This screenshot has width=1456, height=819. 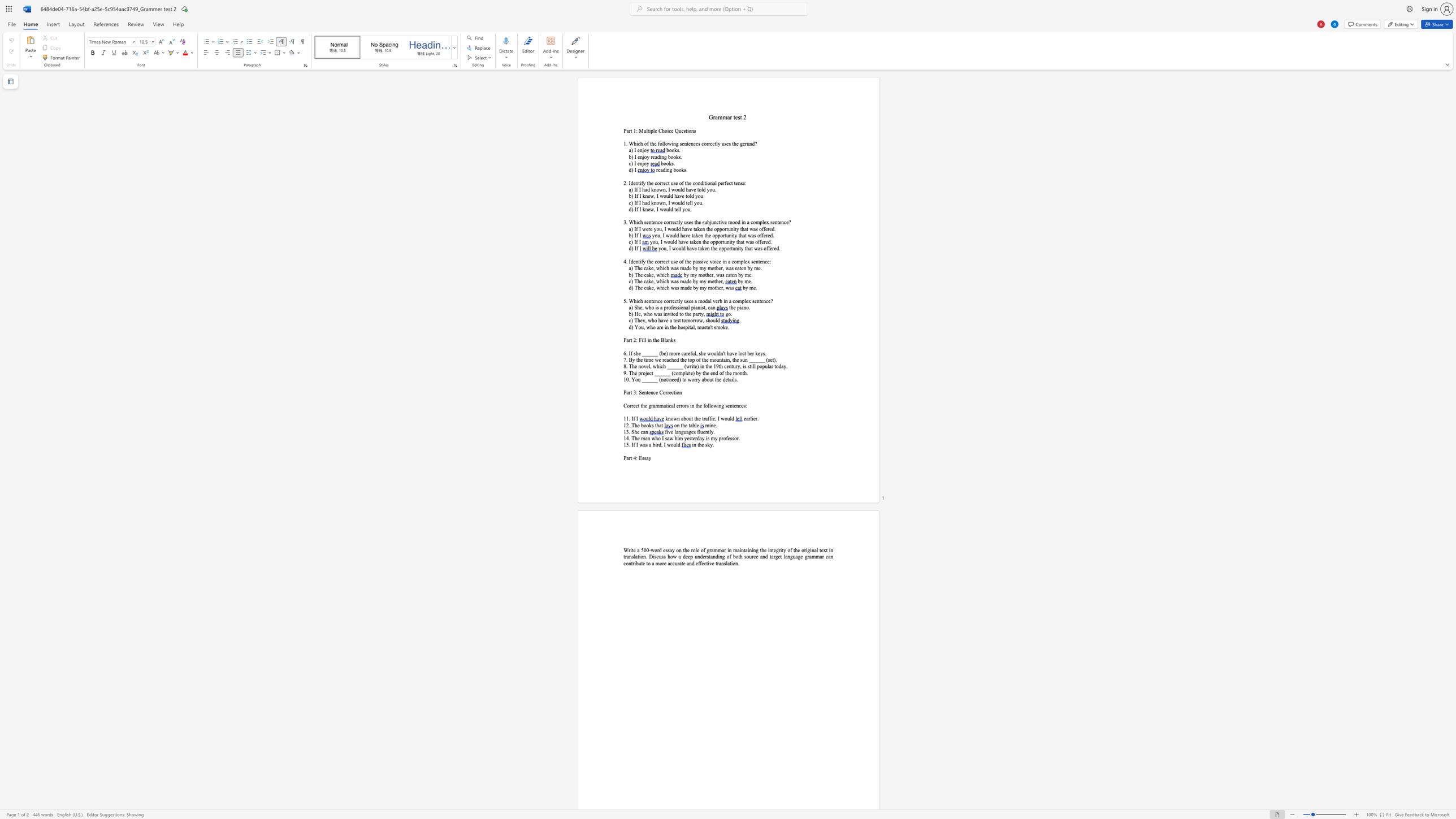 What do you see at coordinates (642, 320) in the screenshot?
I see `the space between the continuous character "e" and "y" in the text` at bounding box center [642, 320].